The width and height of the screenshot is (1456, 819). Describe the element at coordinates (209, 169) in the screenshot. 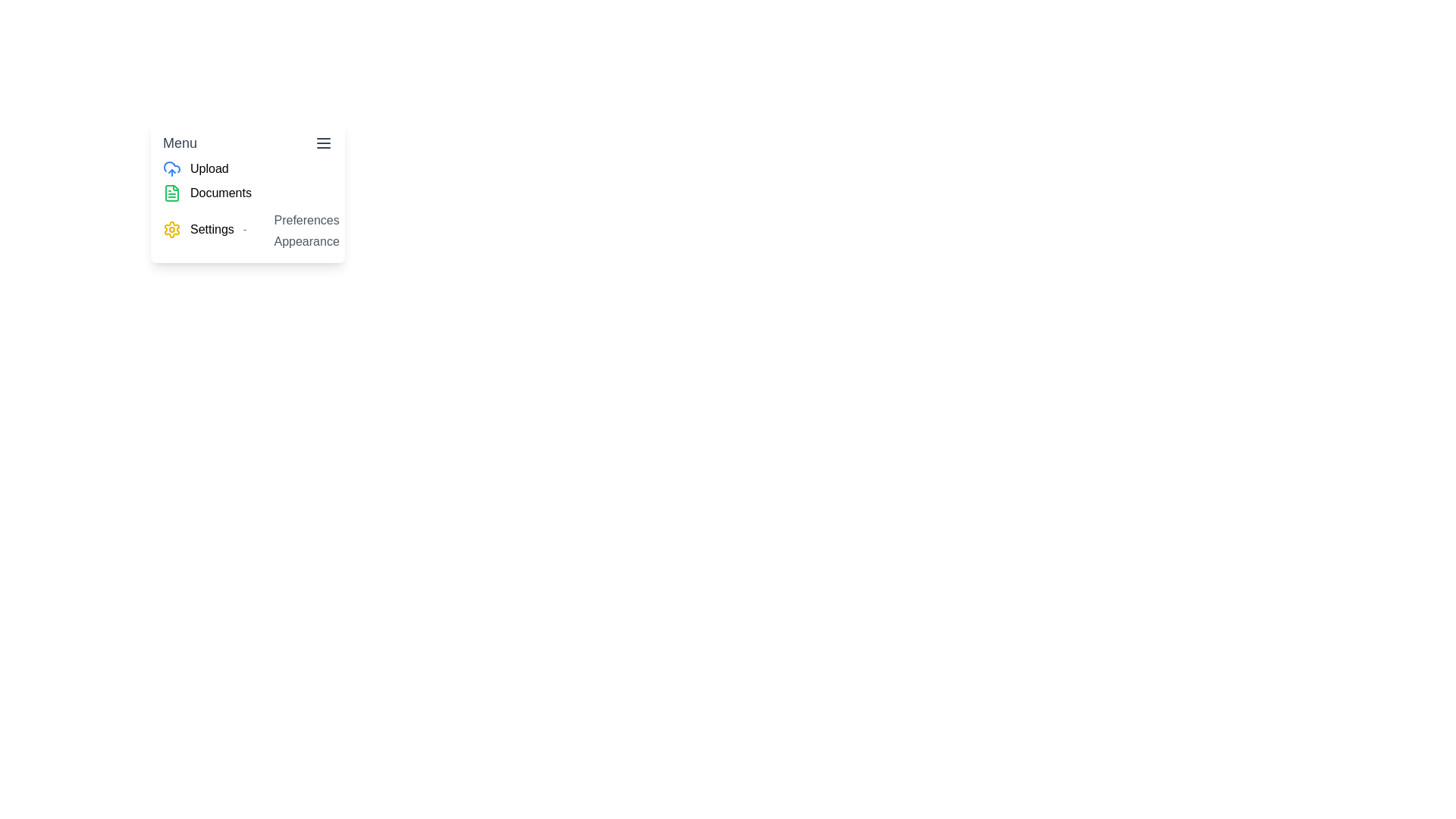

I see `the Text label that serves as a menu option for navigating to the upload feature located beneath the 'Menu' label in the top-left quadrant of the interface` at that location.